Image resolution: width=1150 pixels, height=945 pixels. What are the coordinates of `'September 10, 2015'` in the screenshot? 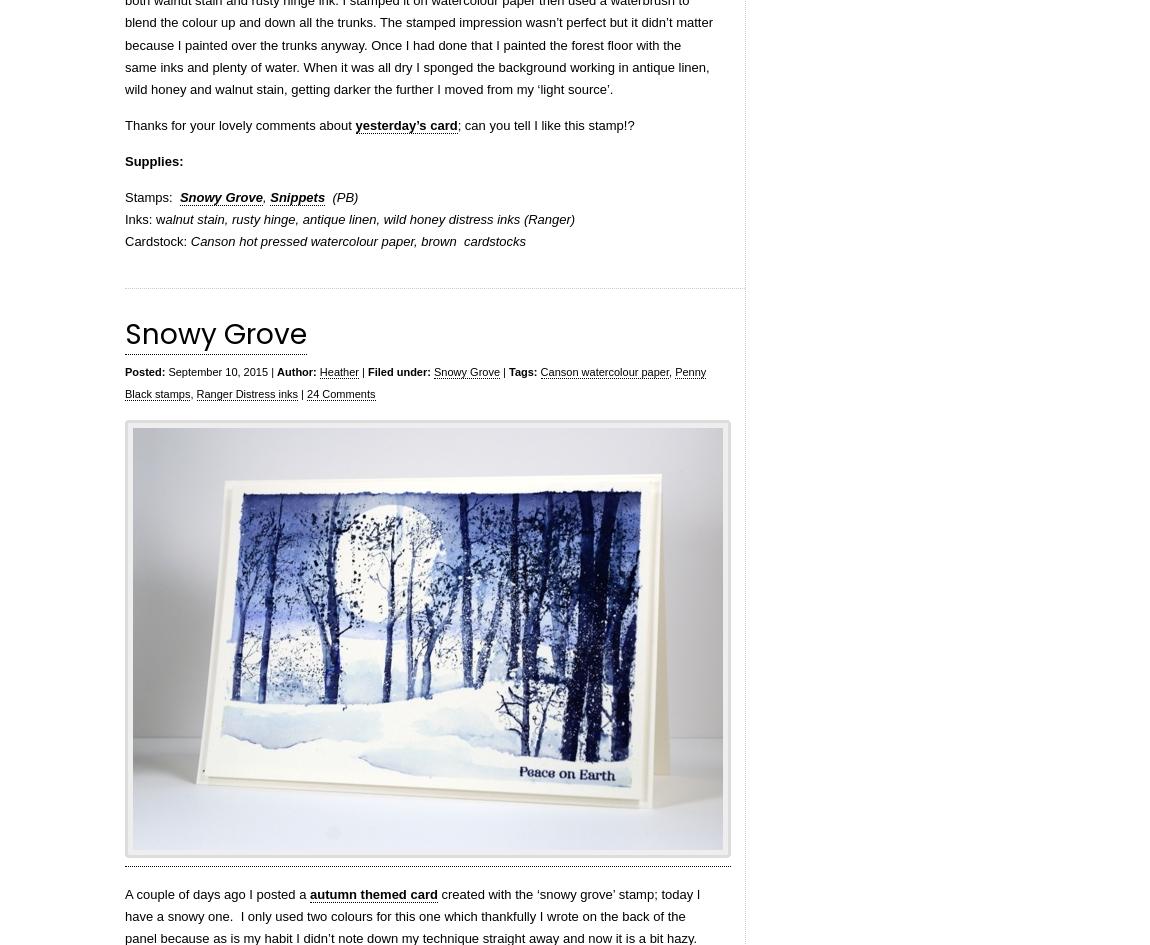 It's located at (215, 371).